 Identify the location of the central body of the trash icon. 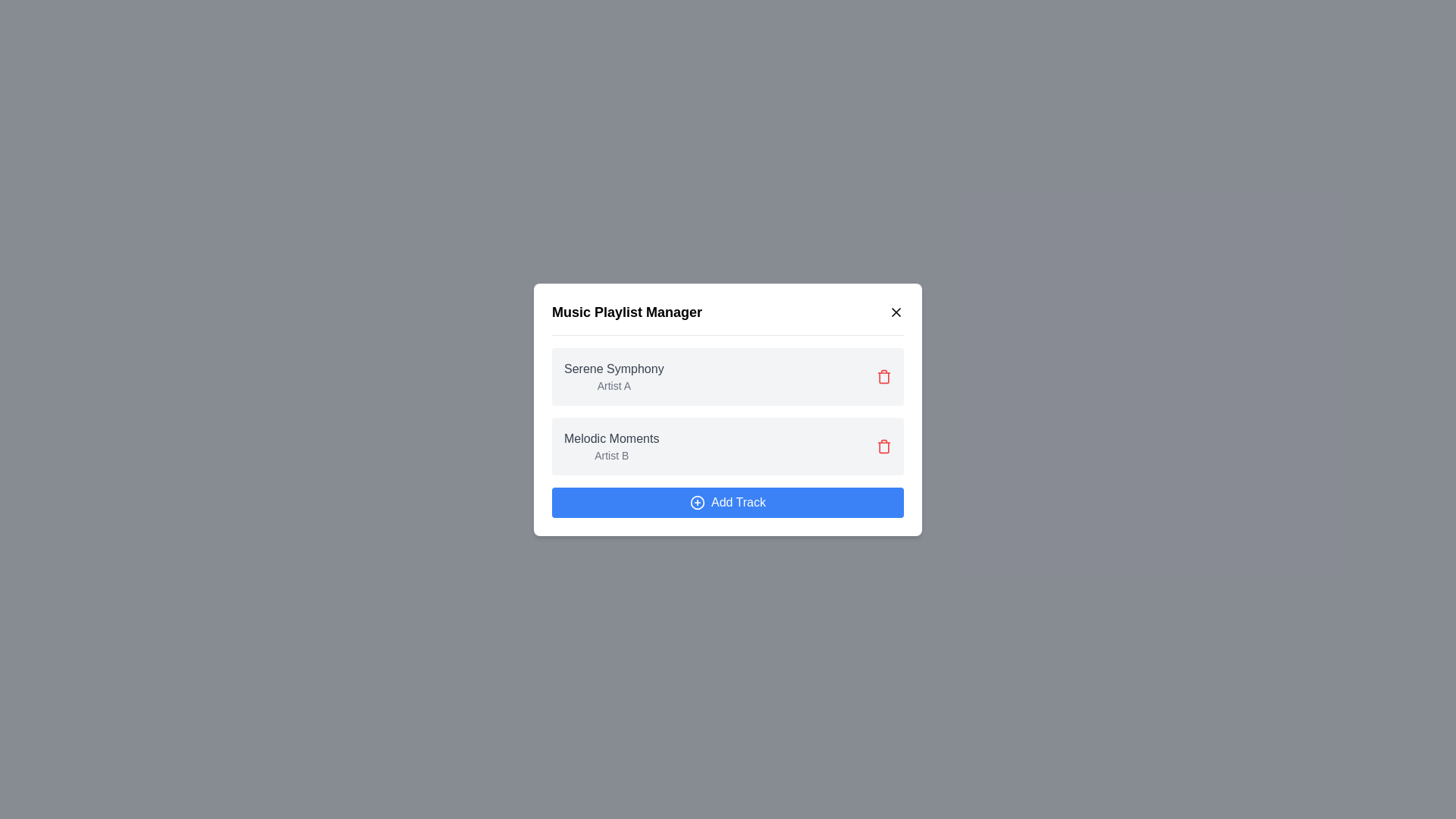
(884, 447).